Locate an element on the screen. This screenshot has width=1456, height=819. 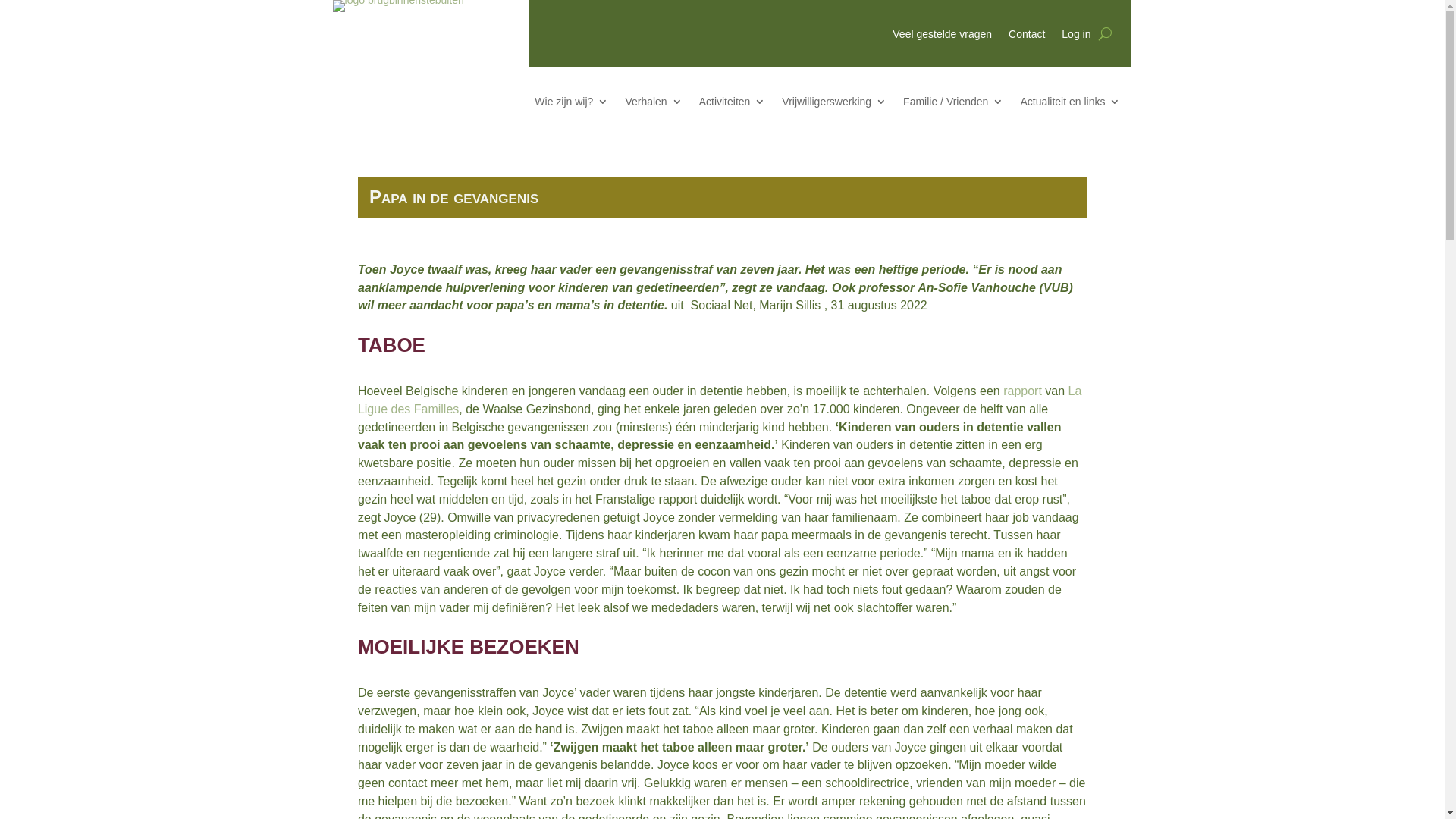
'Verhalen' is located at coordinates (653, 104).